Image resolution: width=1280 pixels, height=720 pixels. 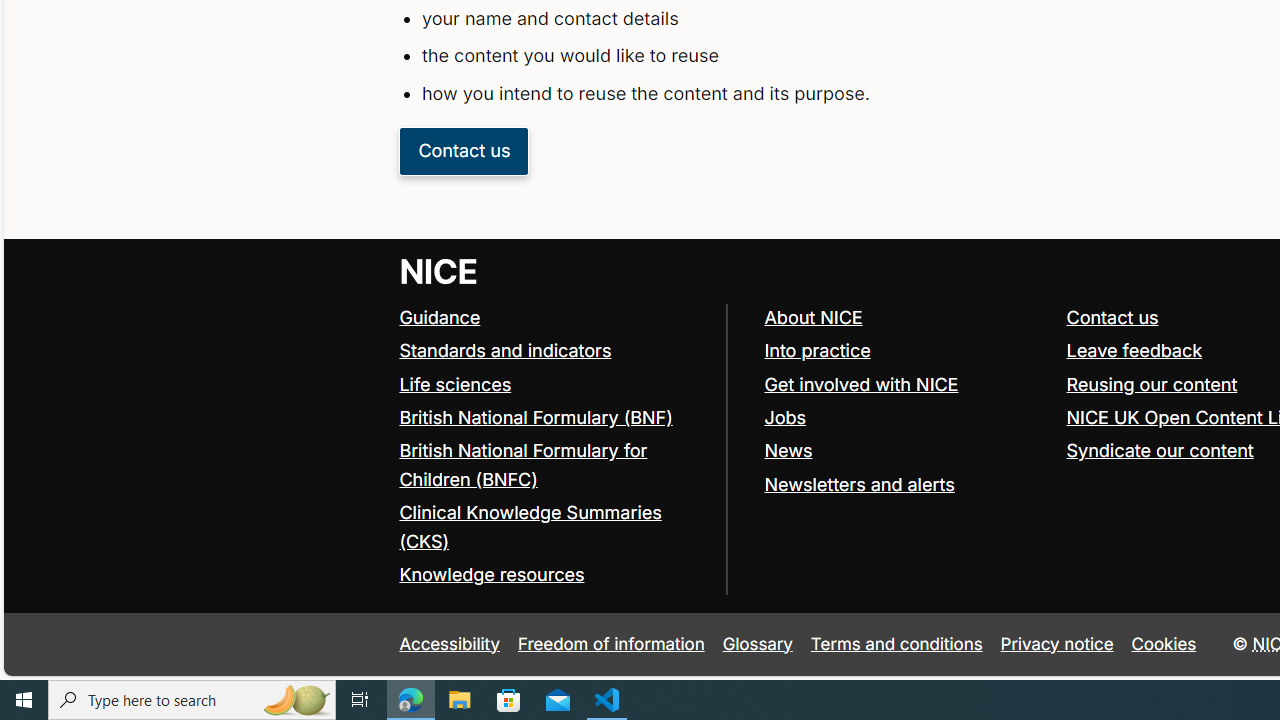 I want to click on 'Glossary', so click(x=756, y=644).